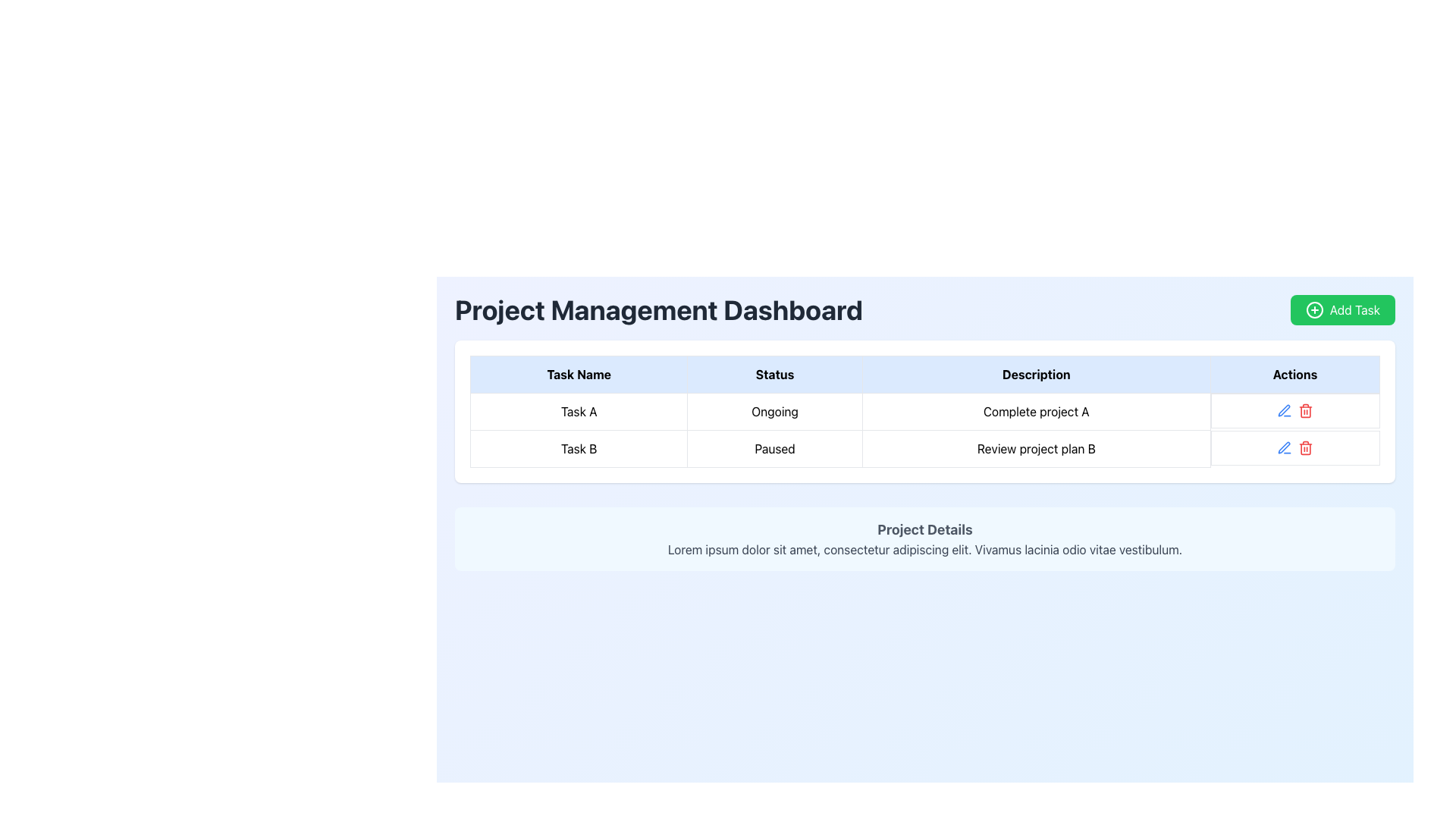 This screenshot has height=819, width=1456. I want to click on the 'Add Task' button, which is represented by a green rectangular border and contains a circular shape with a plus symbol inside, so click(1313, 309).